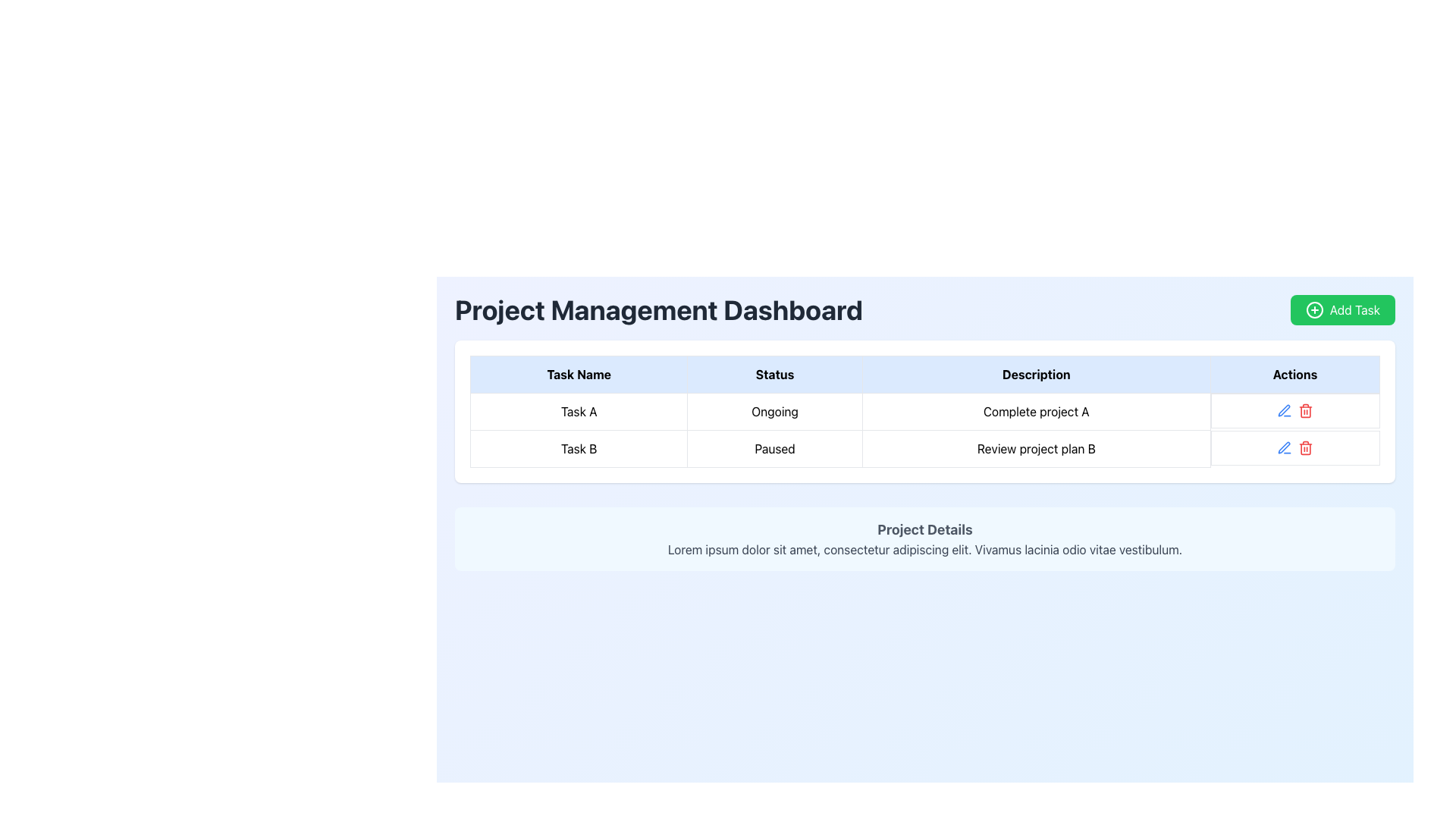 This screenshot has height=819, width=1456. I want to click on the 'Add Task' button, which is represented by a green rectangular border and contains a circular shape with a plus symbol inside, so click(1313, 309).